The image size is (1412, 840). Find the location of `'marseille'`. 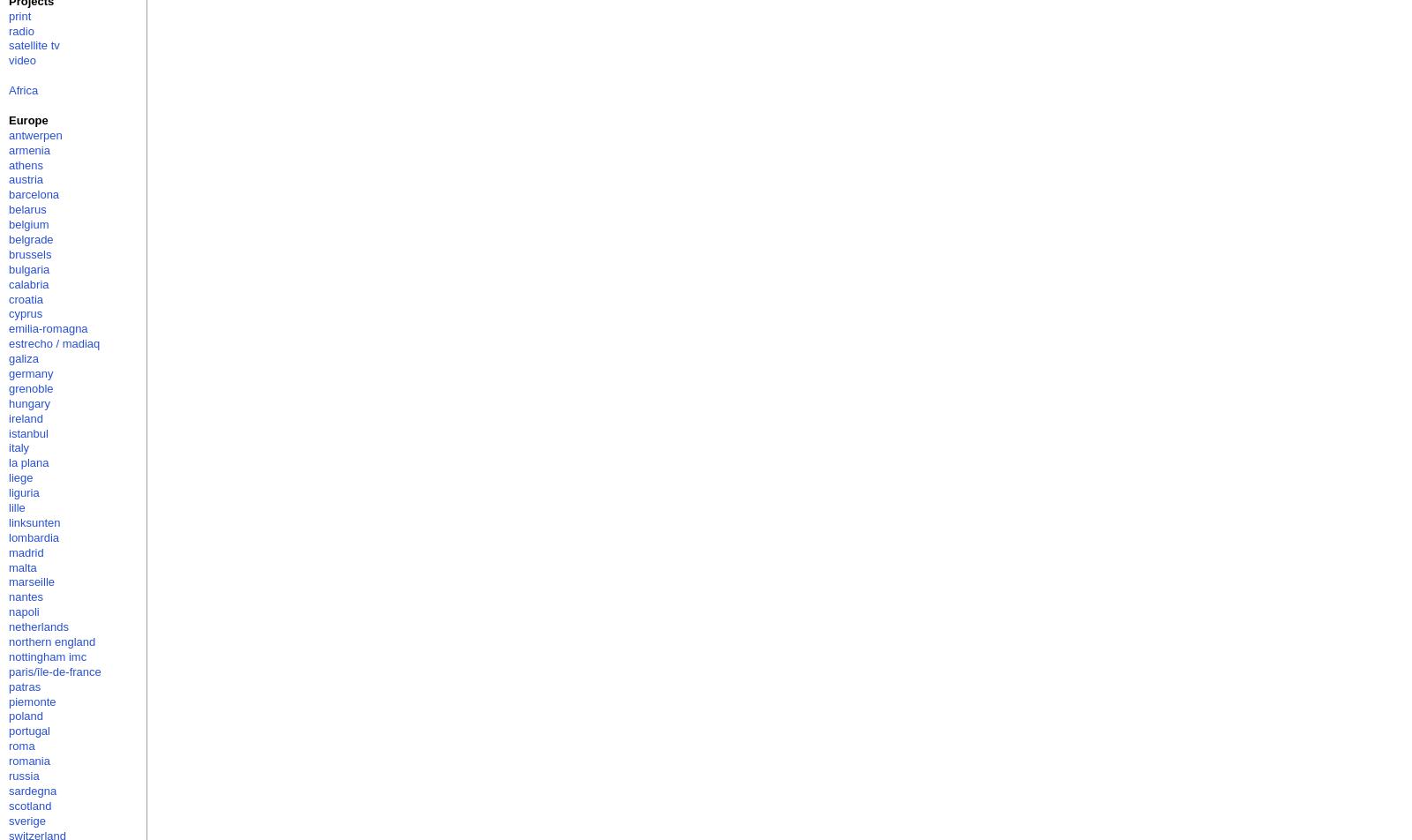

'marseille' is located at coordinates (31, 581).